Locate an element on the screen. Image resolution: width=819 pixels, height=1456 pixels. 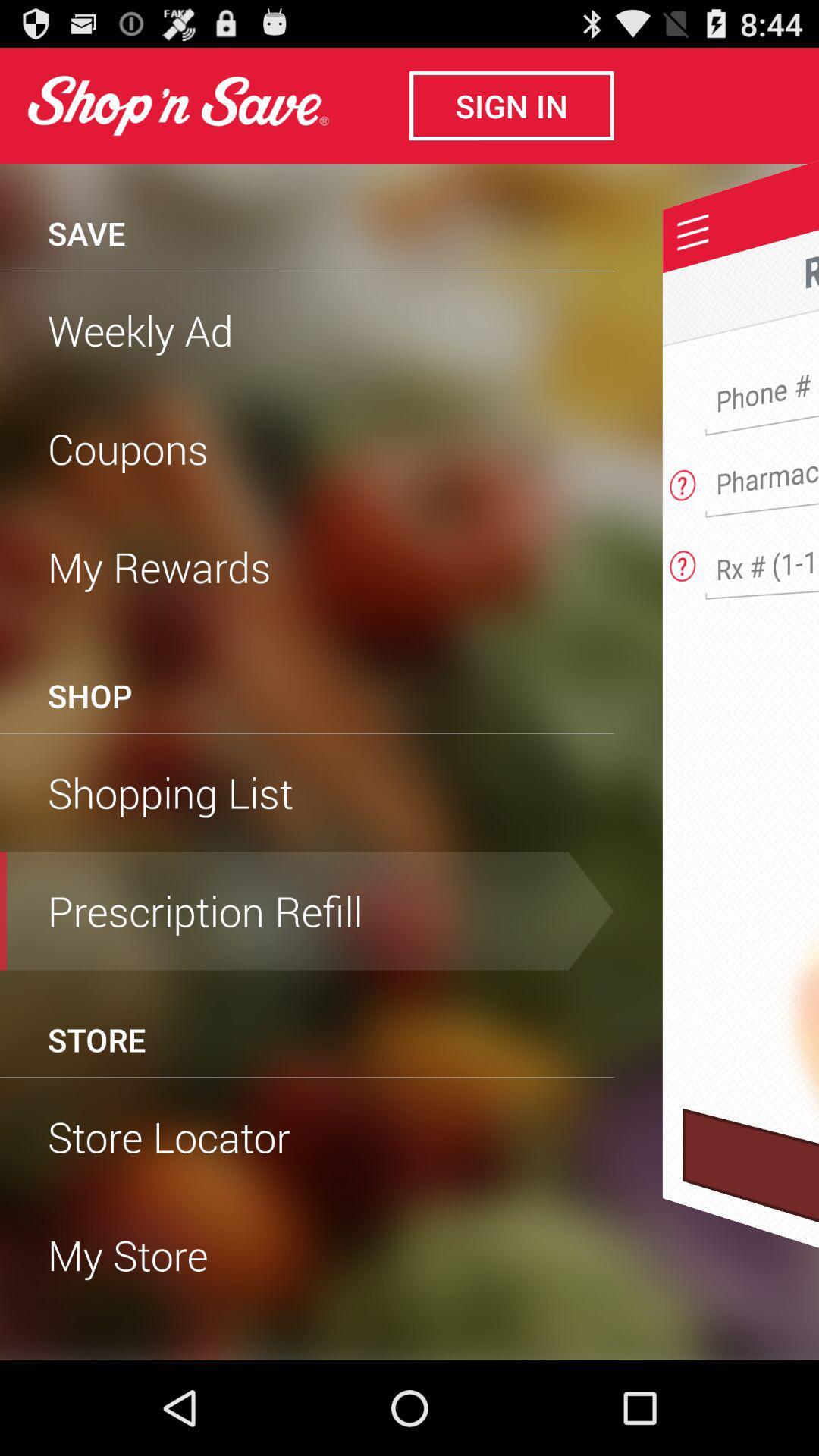
open menu is located at coordinates (693, 231).